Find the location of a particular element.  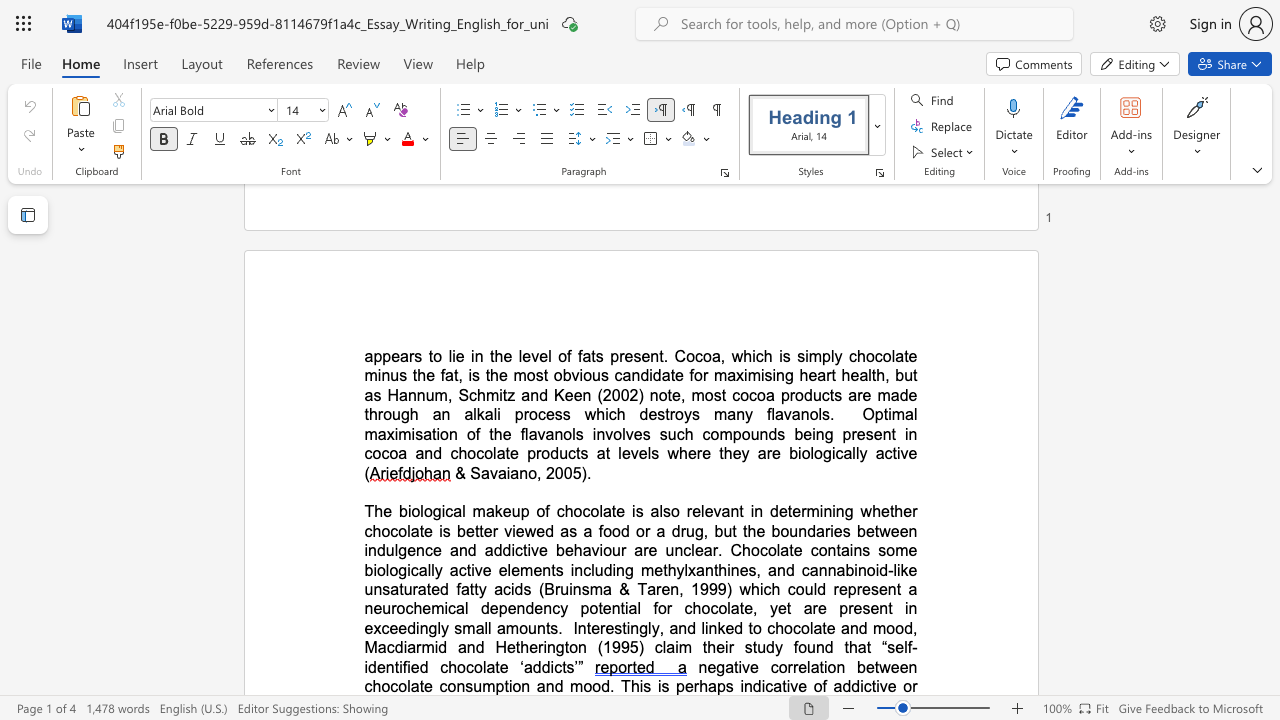

the subset text "od" within the text "negative correlation between chocolate consumption and mood. This is" is located at coordinates (591, 685).